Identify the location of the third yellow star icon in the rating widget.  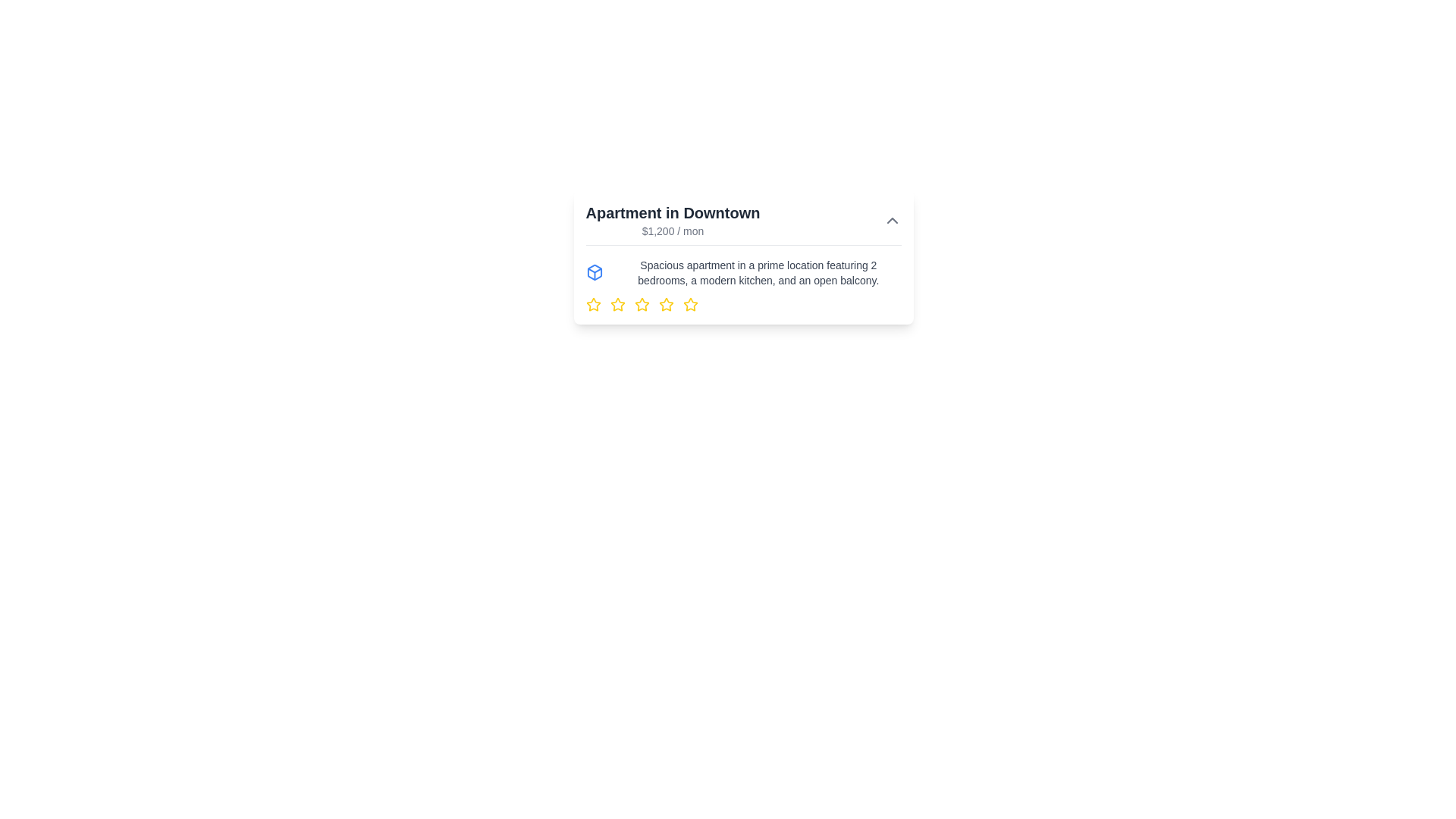
(689, 304).